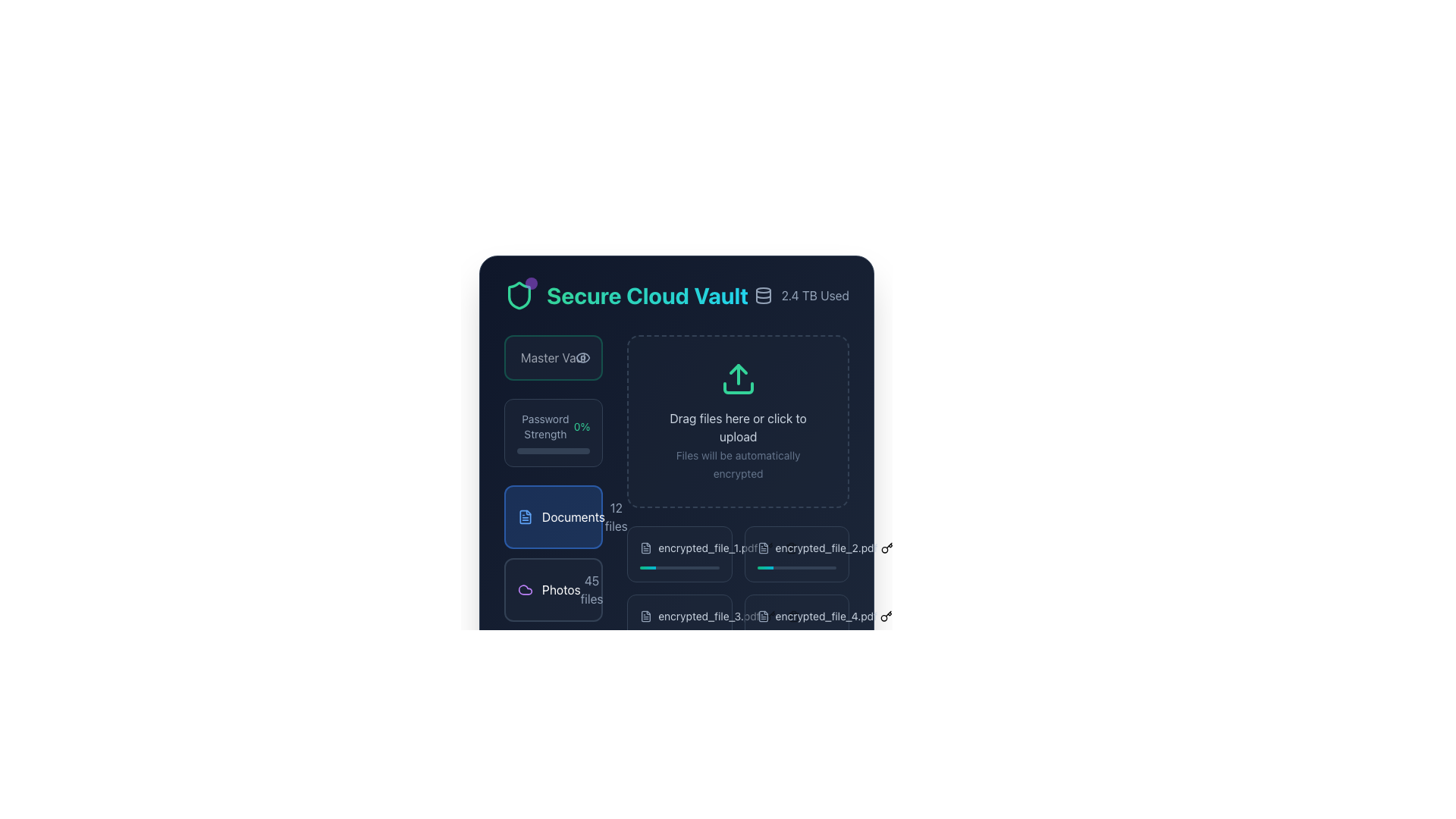 The width and height of the screenshot is (1456, 819). What do you see at coordinates (679, 617) in the screenshot?
I see `the text label 'encrypted_file_3.pdf' which is styled in a small slate-colored font and accompanied by a small document icon, located in the second row of the document file list within the 'Documents' section` at bounding box center [679, 617].